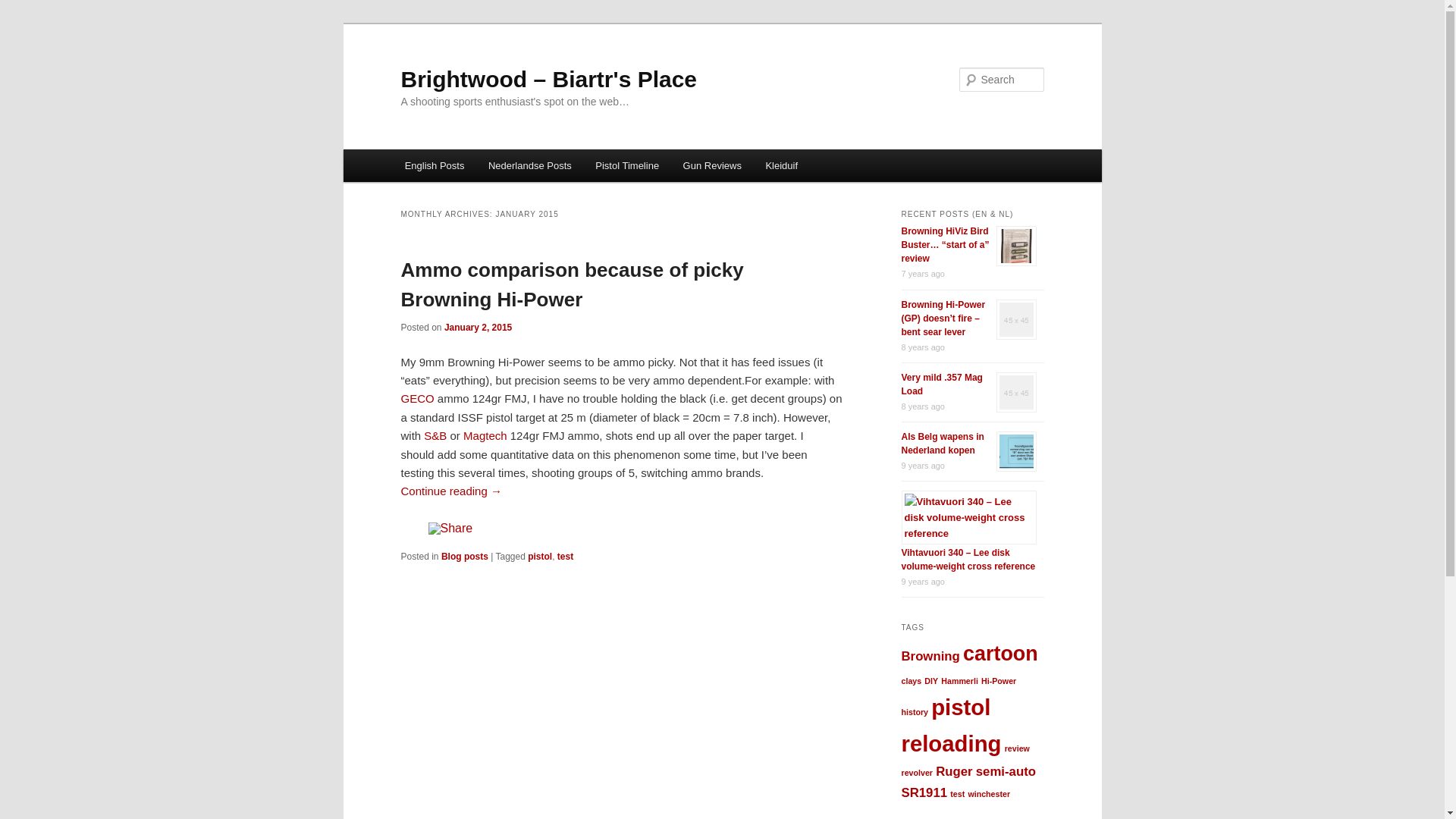 The height and width of the screenshot is (819, 1456). I want to click on 'Nederlandse Posts', so click(529, 165).